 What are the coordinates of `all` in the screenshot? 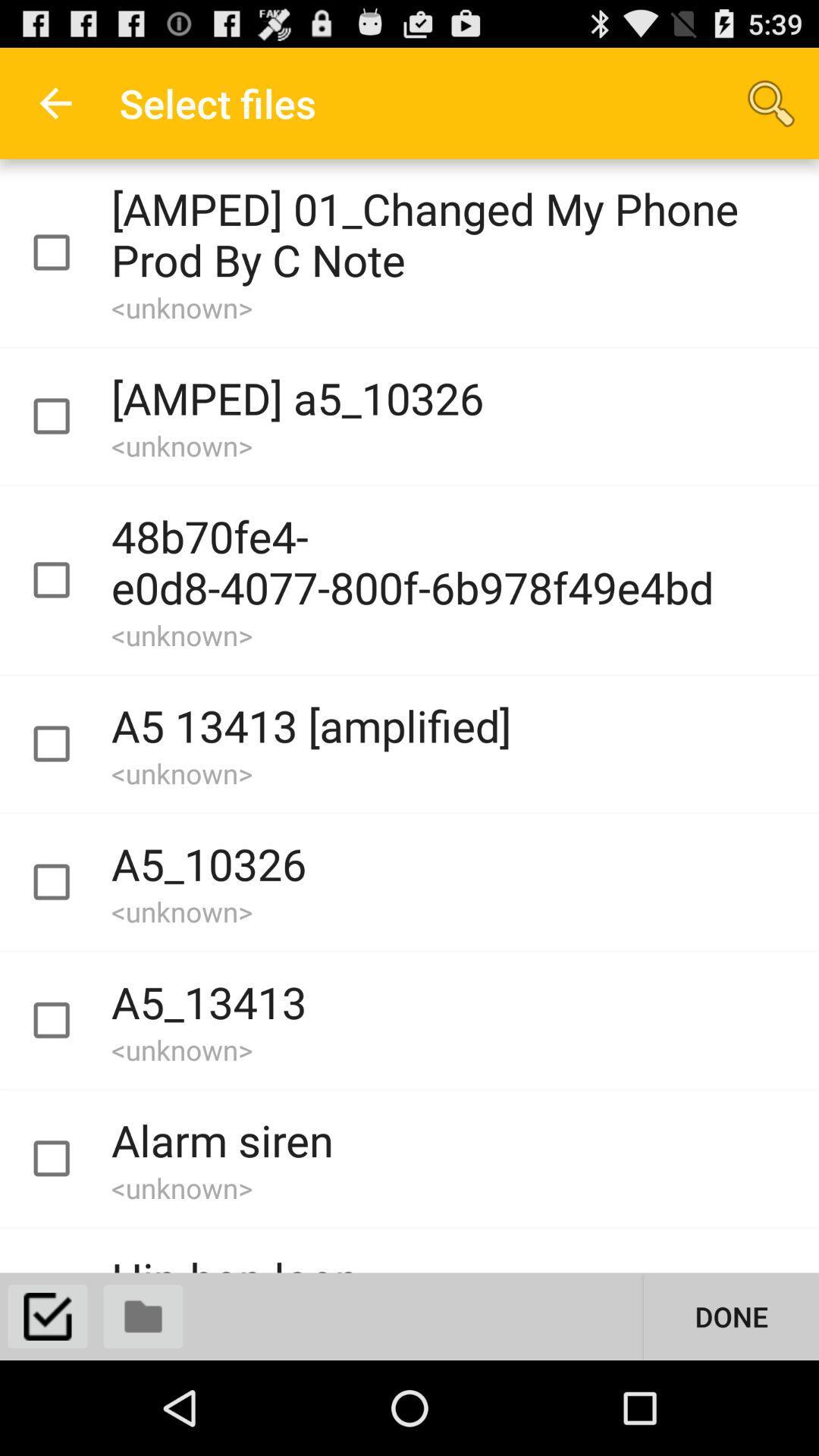 It's located at (46, 1316).